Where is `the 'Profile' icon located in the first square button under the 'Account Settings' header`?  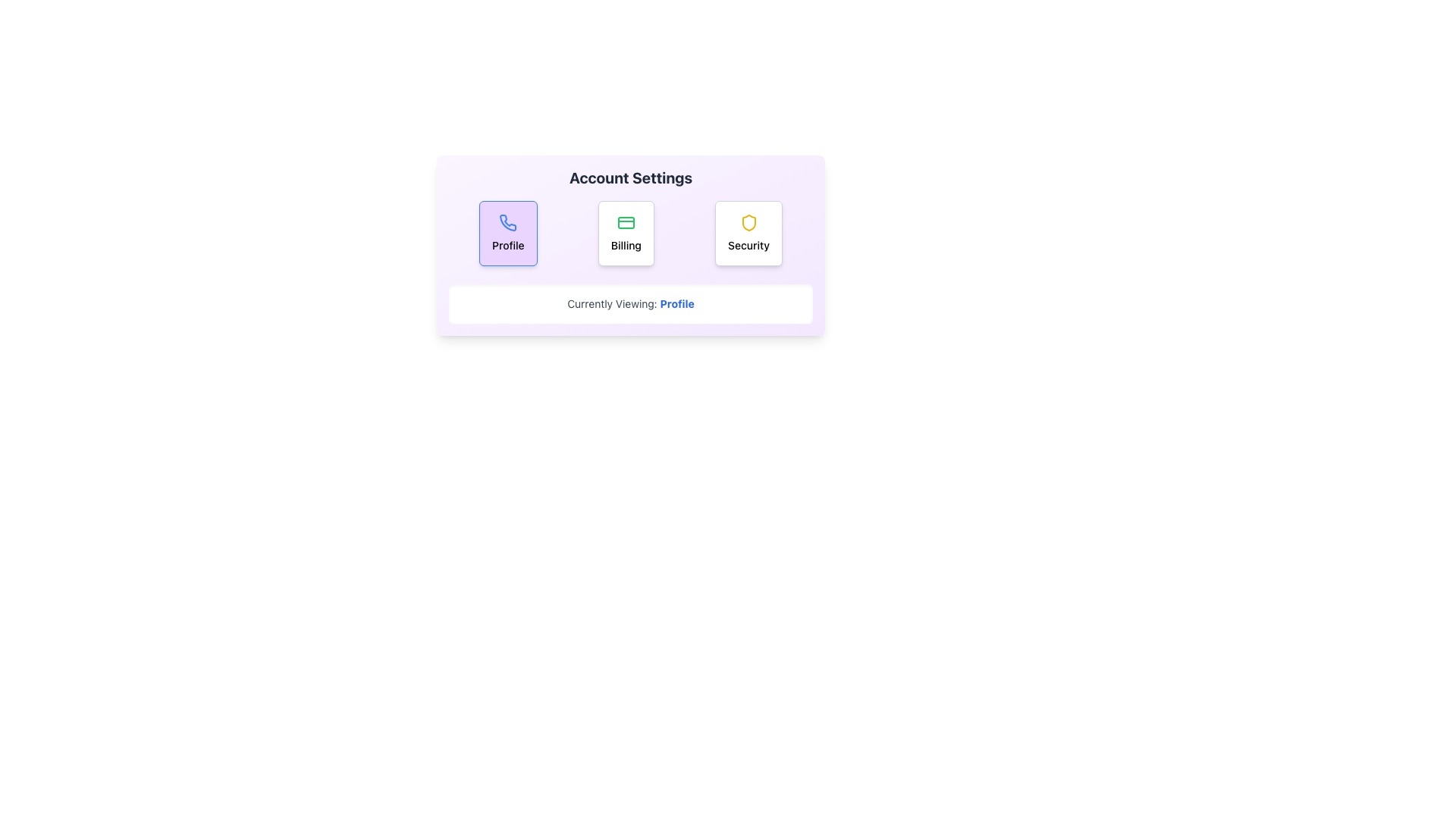 the 'Profile' icon located in the first square button under the 'Account Settings' header is located at coordinates (508, 222).